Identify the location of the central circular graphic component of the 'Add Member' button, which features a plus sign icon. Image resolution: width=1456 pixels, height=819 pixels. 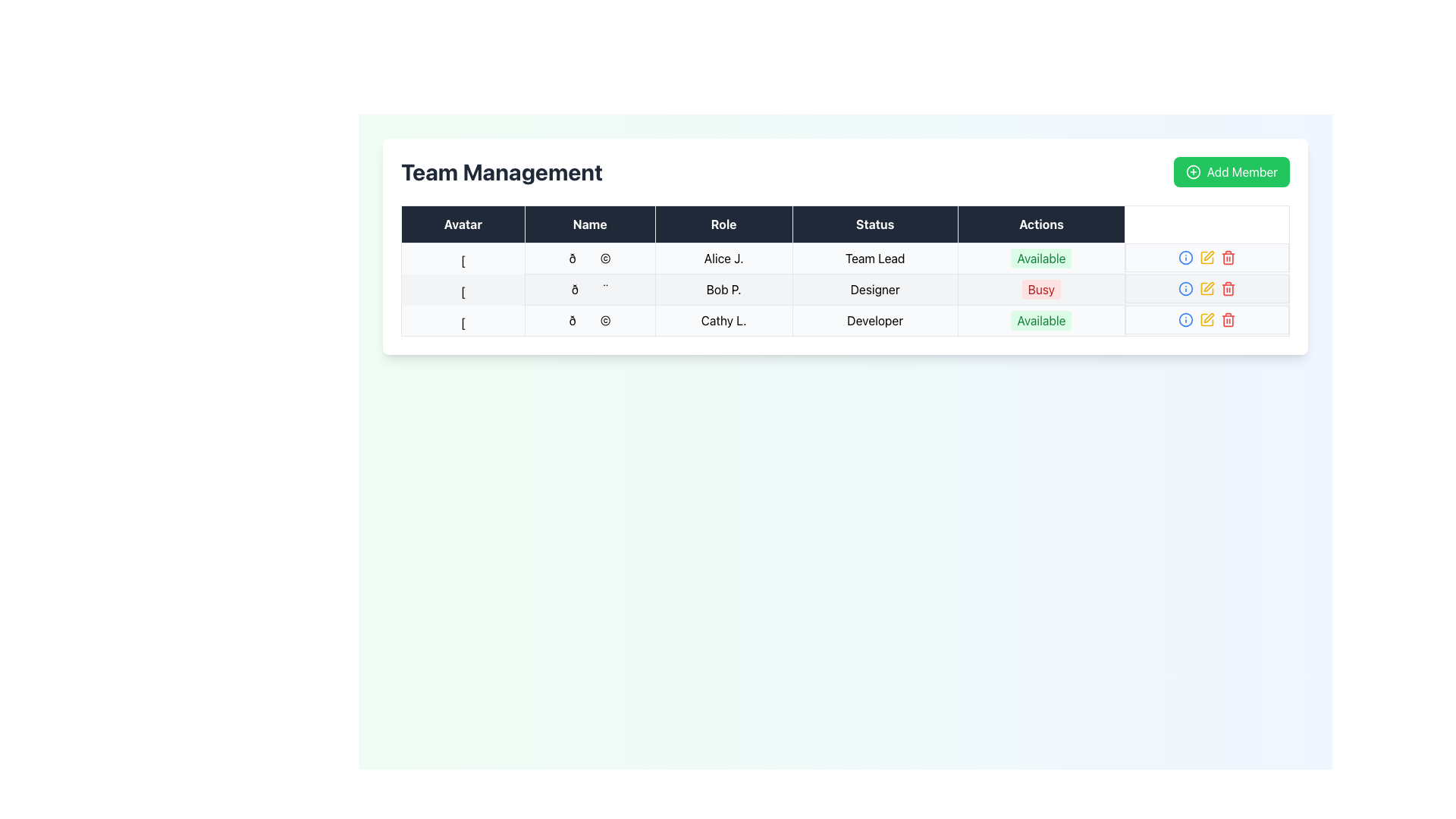
(1192, 171).